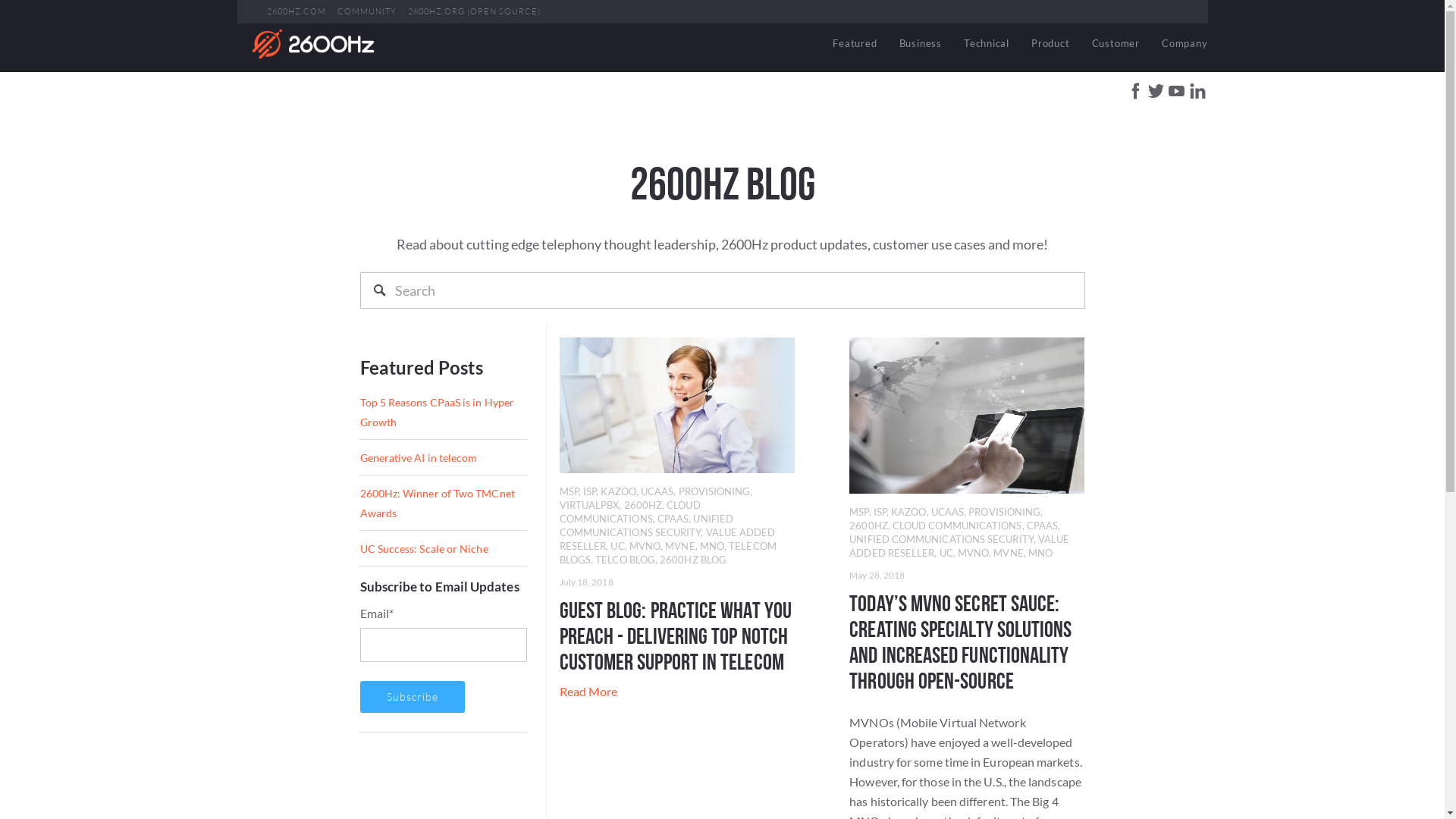  What do you see at coordinates (858, 512) in the screenshot?
I see `'MSP'` at bounding box center [858, 512].